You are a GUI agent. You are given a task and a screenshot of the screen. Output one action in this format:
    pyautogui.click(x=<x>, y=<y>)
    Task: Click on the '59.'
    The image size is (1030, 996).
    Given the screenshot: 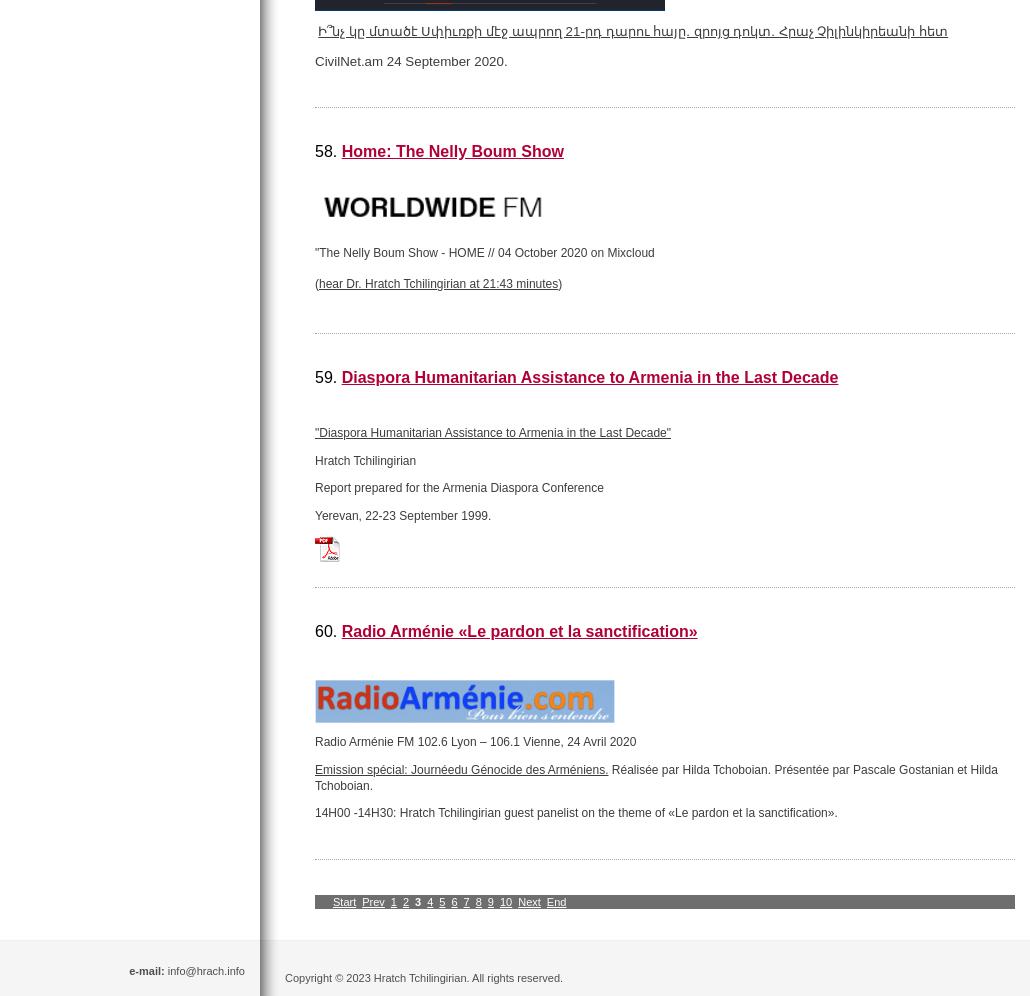 What is the action you would take?
    pyautogui.click(x=313, y=376)
    